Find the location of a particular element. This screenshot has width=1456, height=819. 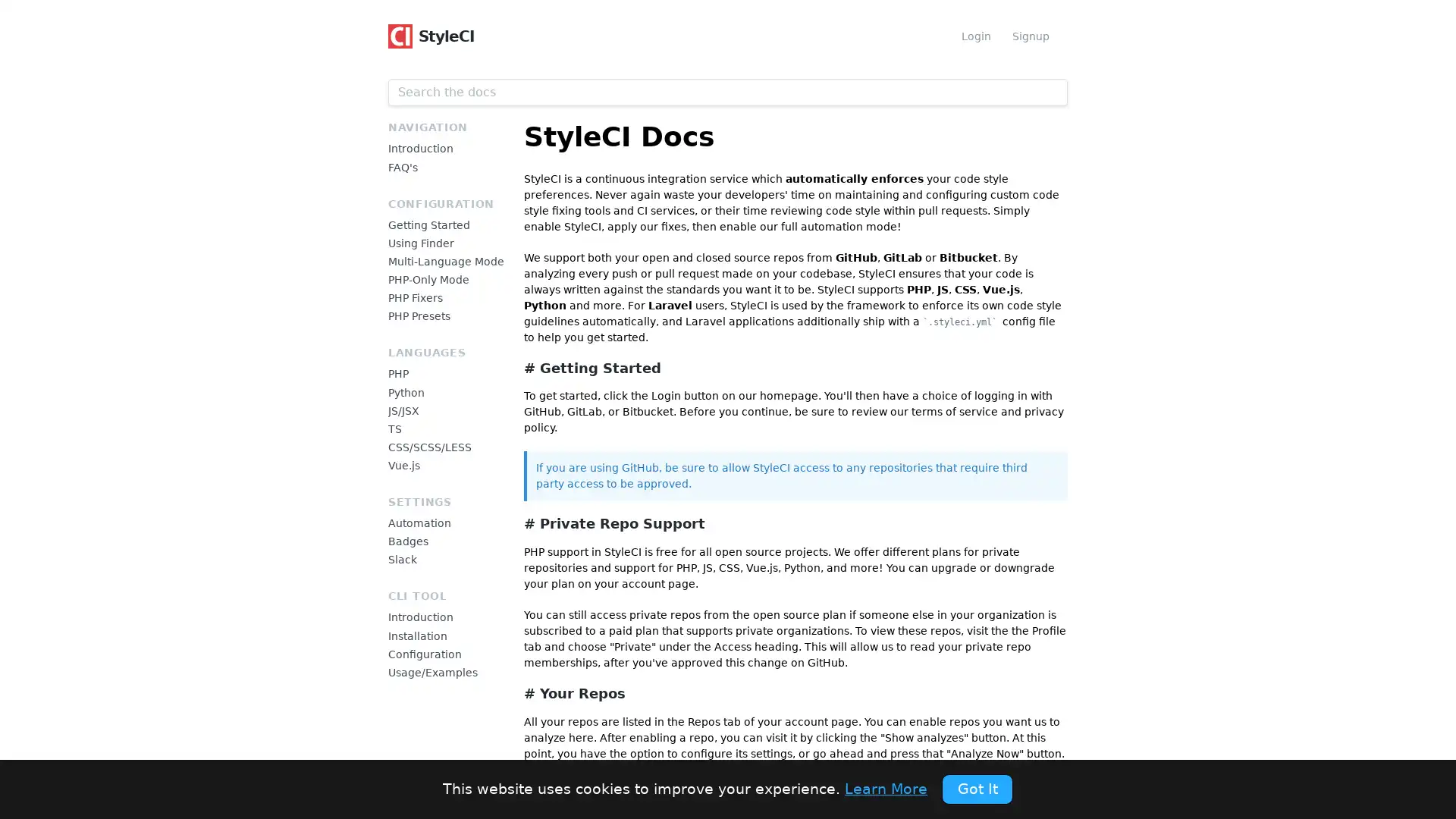

Got It is located at coordinates (977, 788).